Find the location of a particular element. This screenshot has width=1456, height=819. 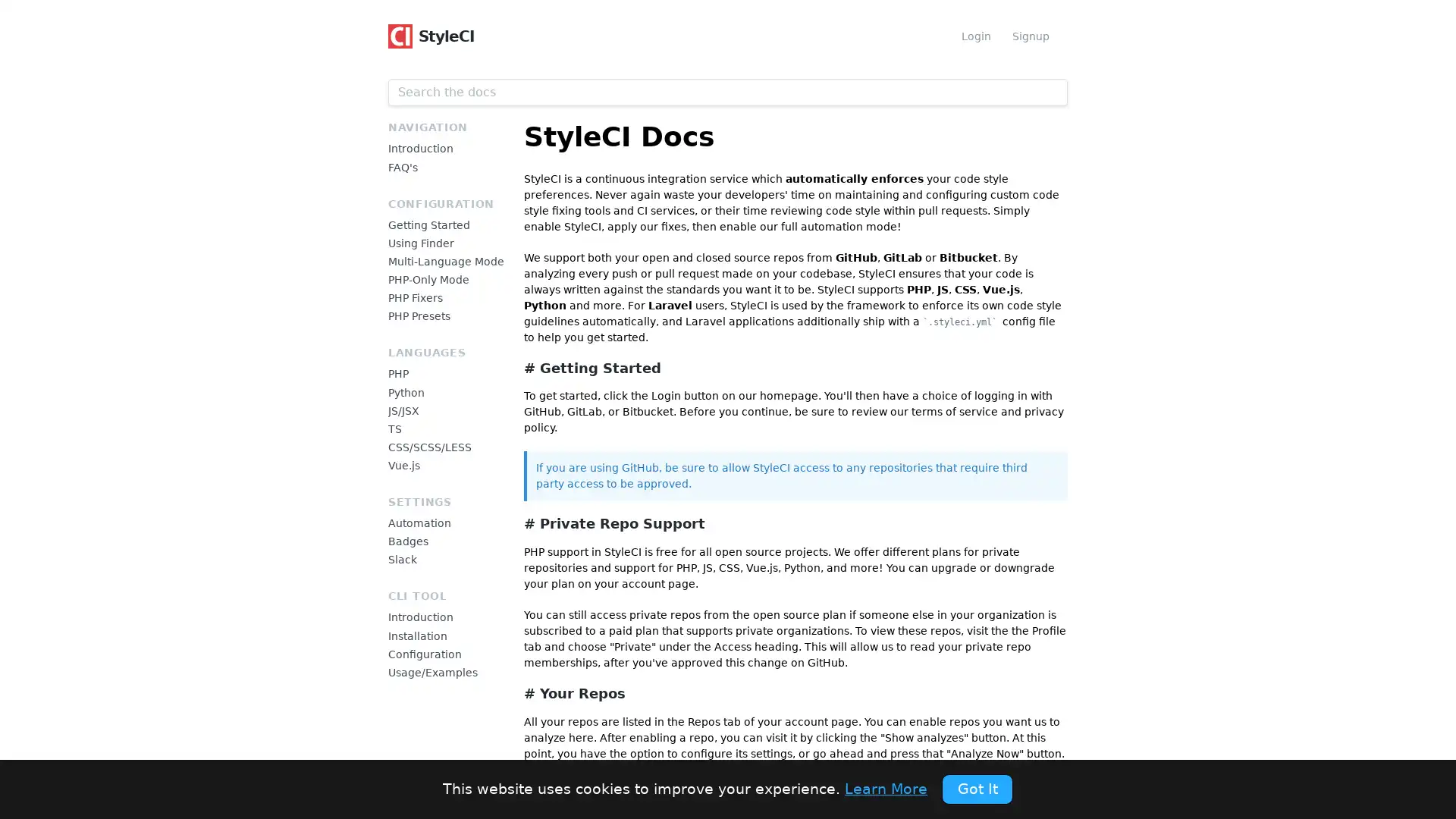

Got It is located at coordinates (977, 788).